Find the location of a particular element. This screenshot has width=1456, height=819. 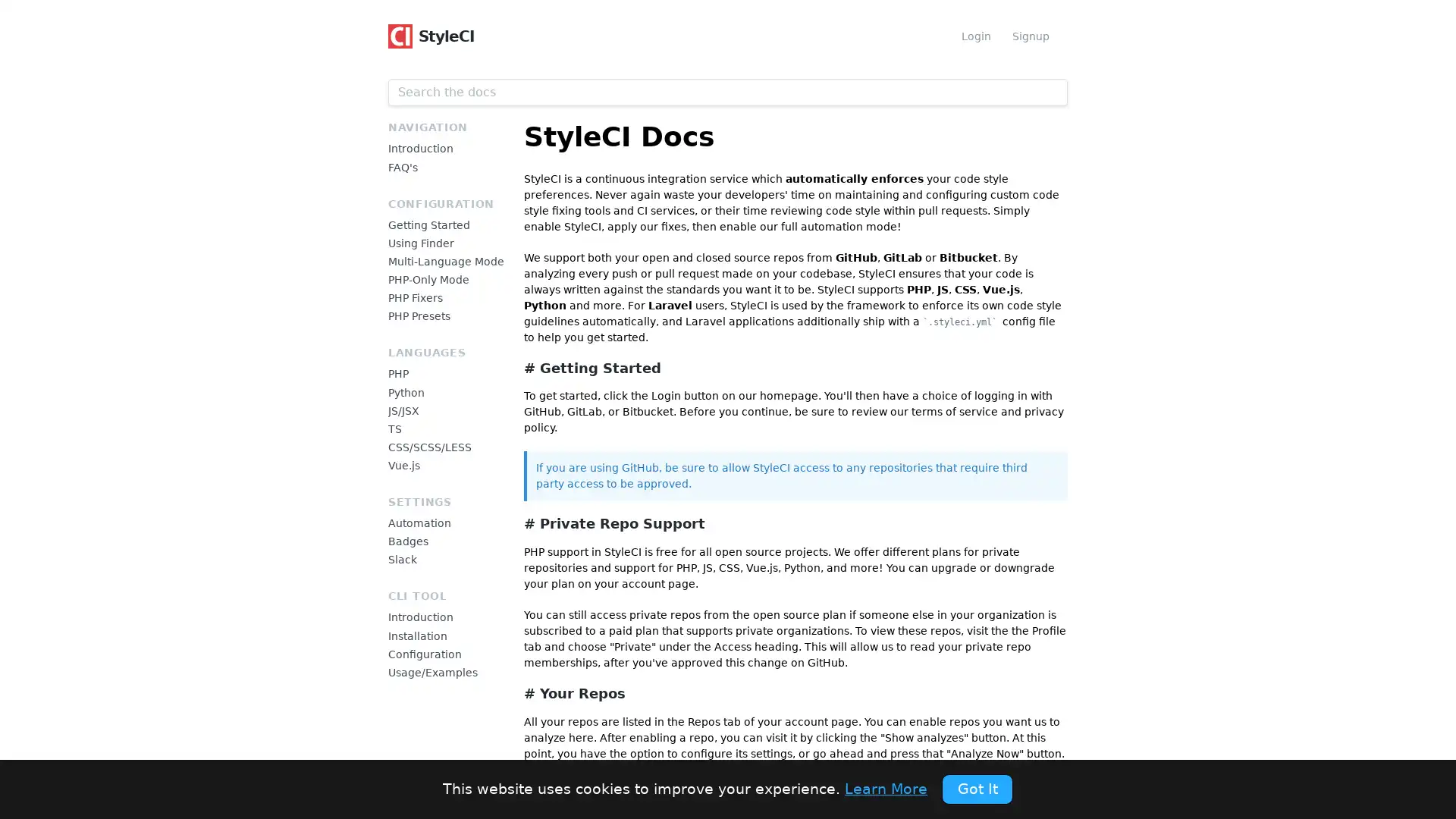

Got It is located at coordinates (977, 788).